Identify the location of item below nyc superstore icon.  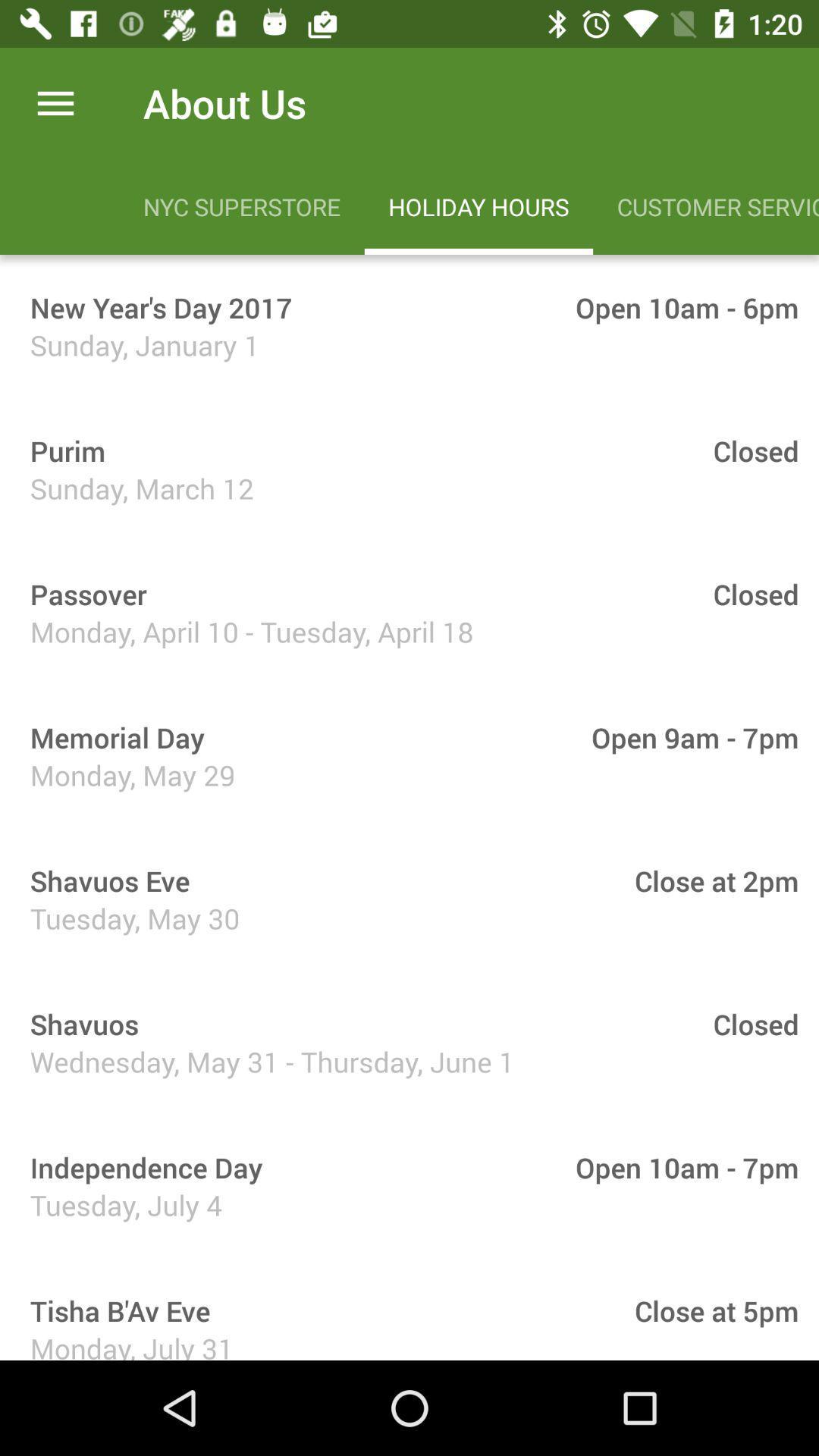
(155, 306).